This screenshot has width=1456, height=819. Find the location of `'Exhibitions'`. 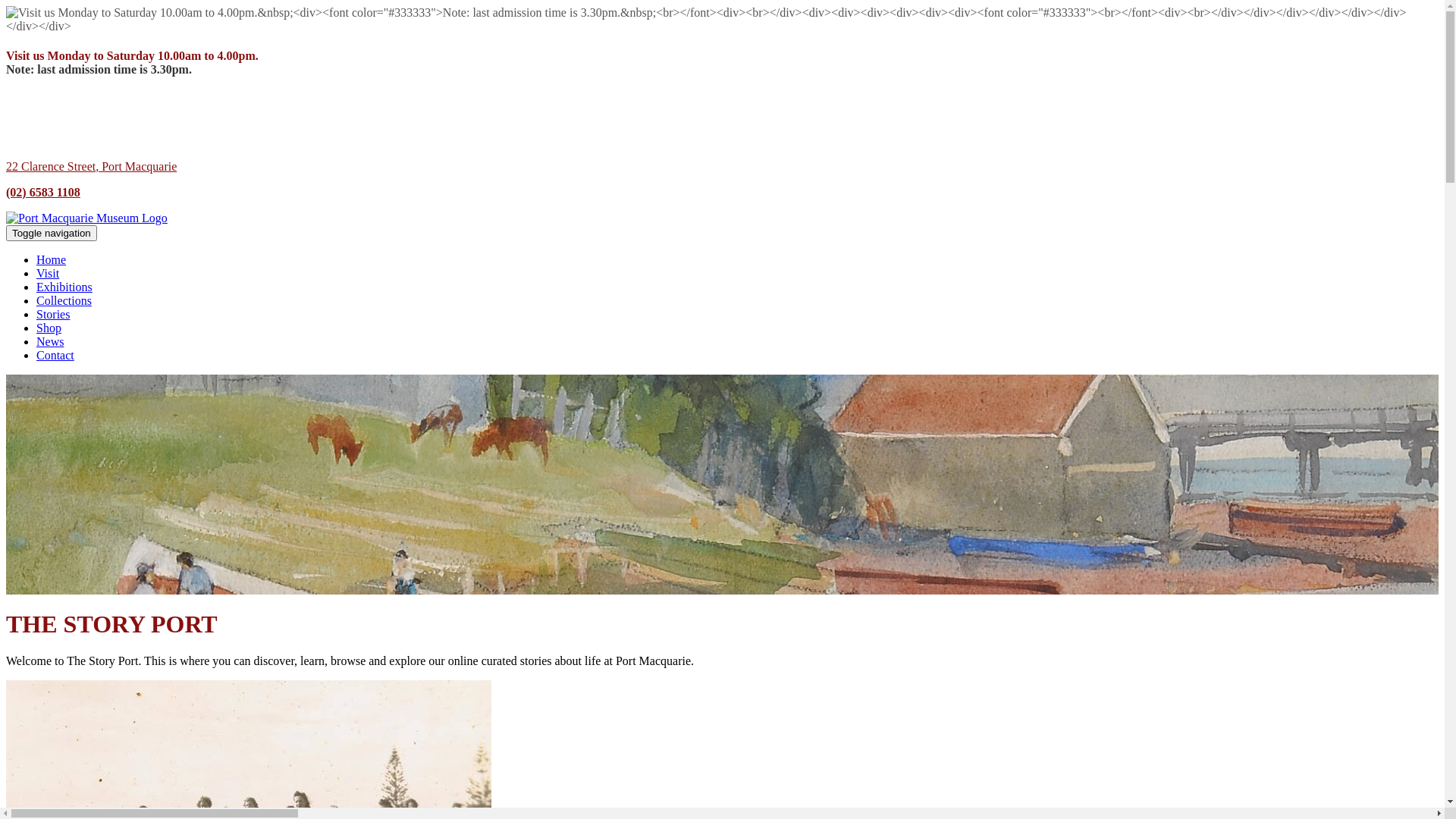

'Exhibitions' is located at coordinates (64, 287).